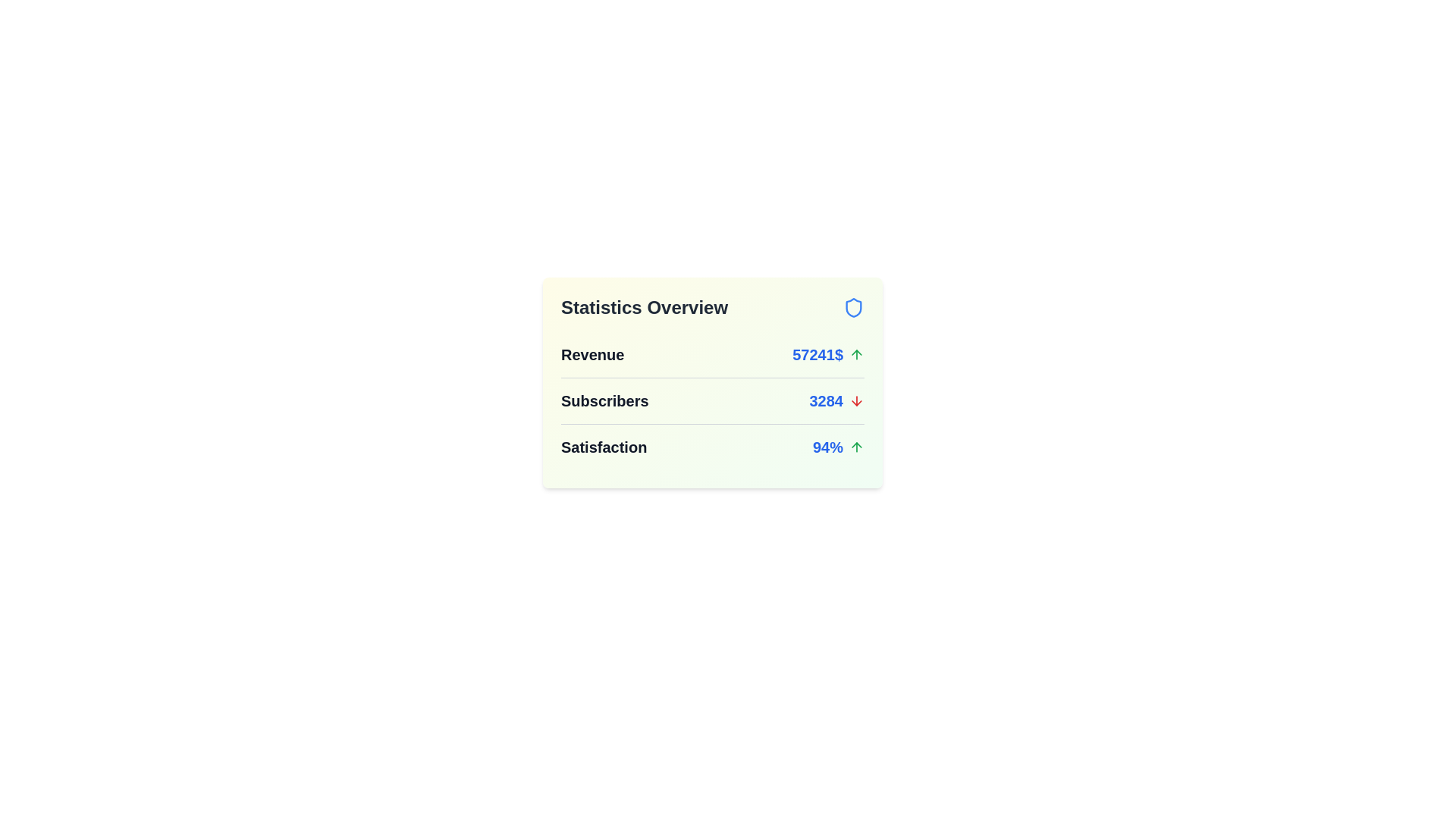 Image resolution: width=1456 pixels, height=819 pixels. What do you see at coordinates (856, 400) in the screenshot?
I see `the icon corresponding to Subscribers to display its tooltip` at bounding box center [856, 400].